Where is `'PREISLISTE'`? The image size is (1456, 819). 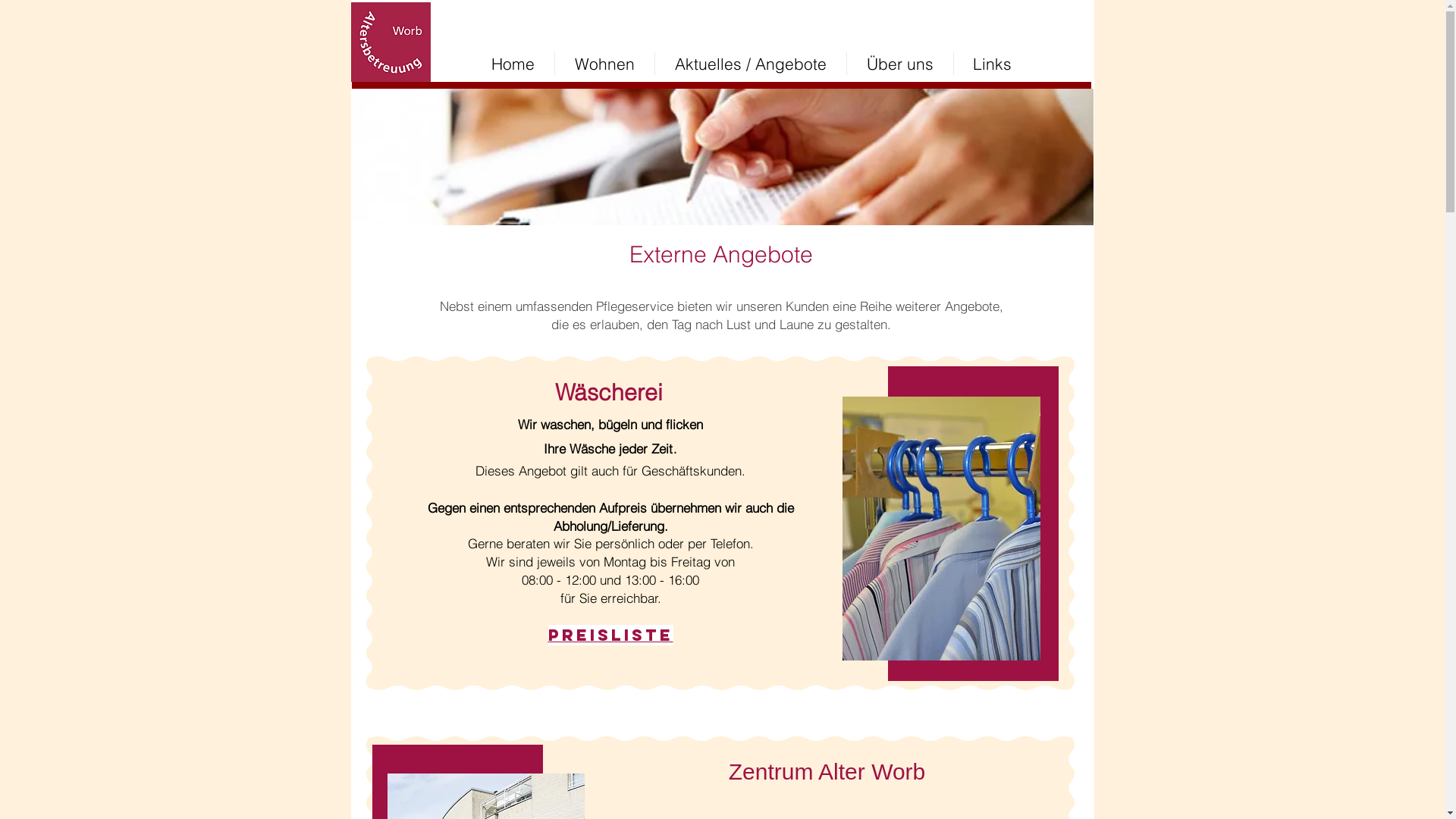 'PREISLISTE' is located at coordinates (610, 635).